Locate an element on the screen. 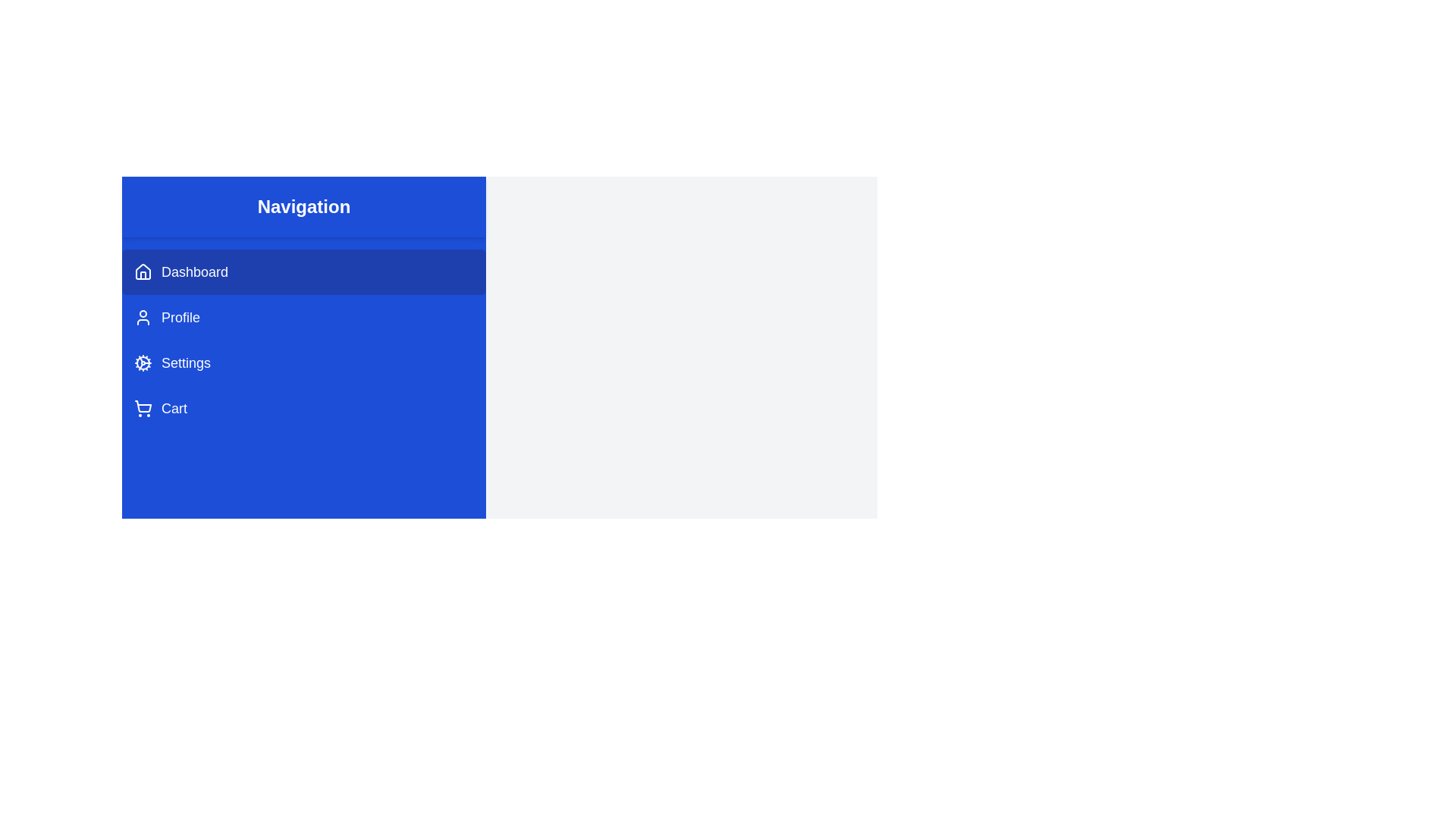 This screenshot has height=819, width=1456. the user icon that represents the 'Profile' menu item, which is an outlined circular head and trapezoidal body located to the left of the text label 'Profile' is located at coordinates (143, 317).